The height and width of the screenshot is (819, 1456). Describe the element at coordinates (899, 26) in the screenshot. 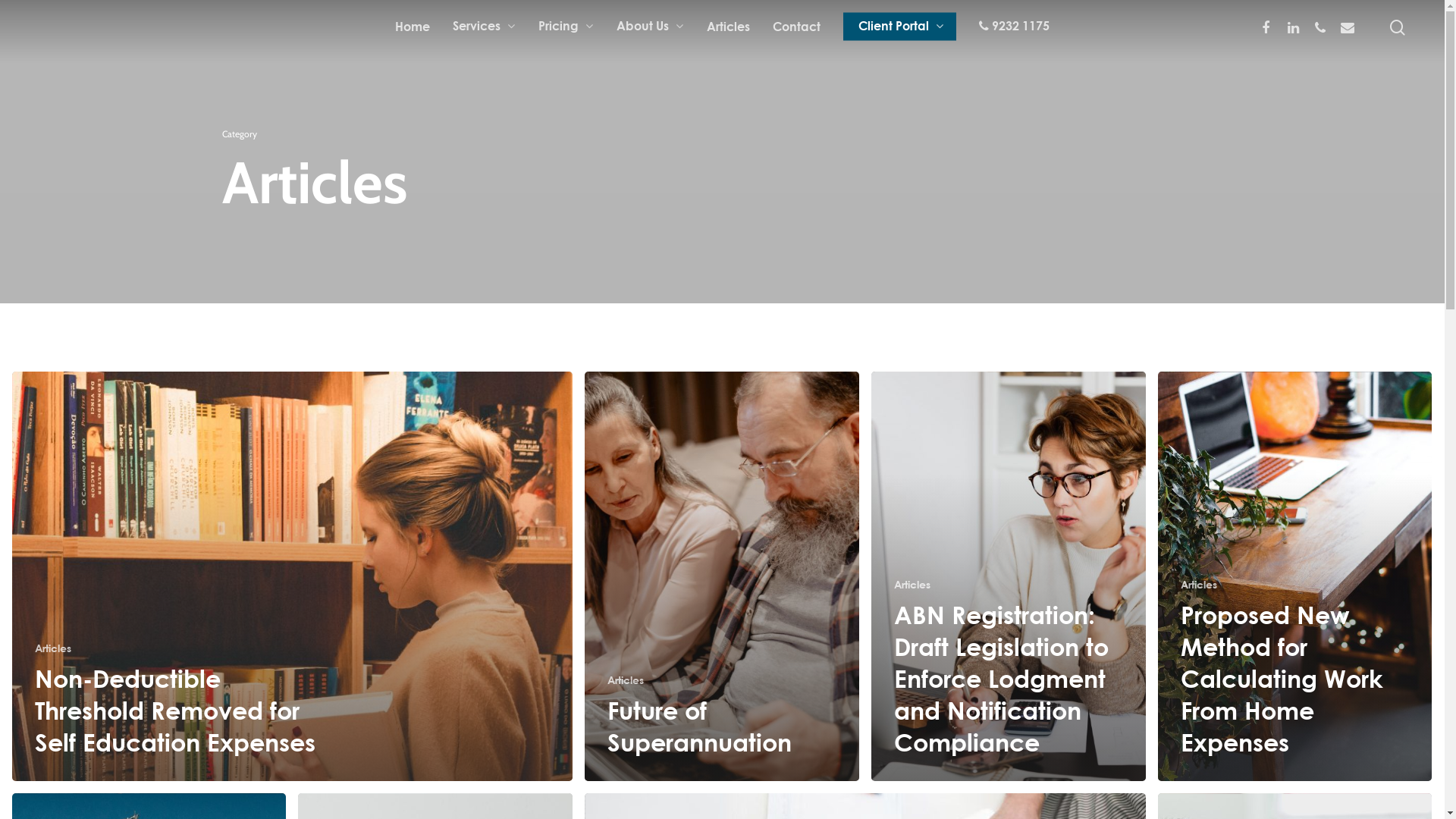

I see `'Client Portal'` at that location.